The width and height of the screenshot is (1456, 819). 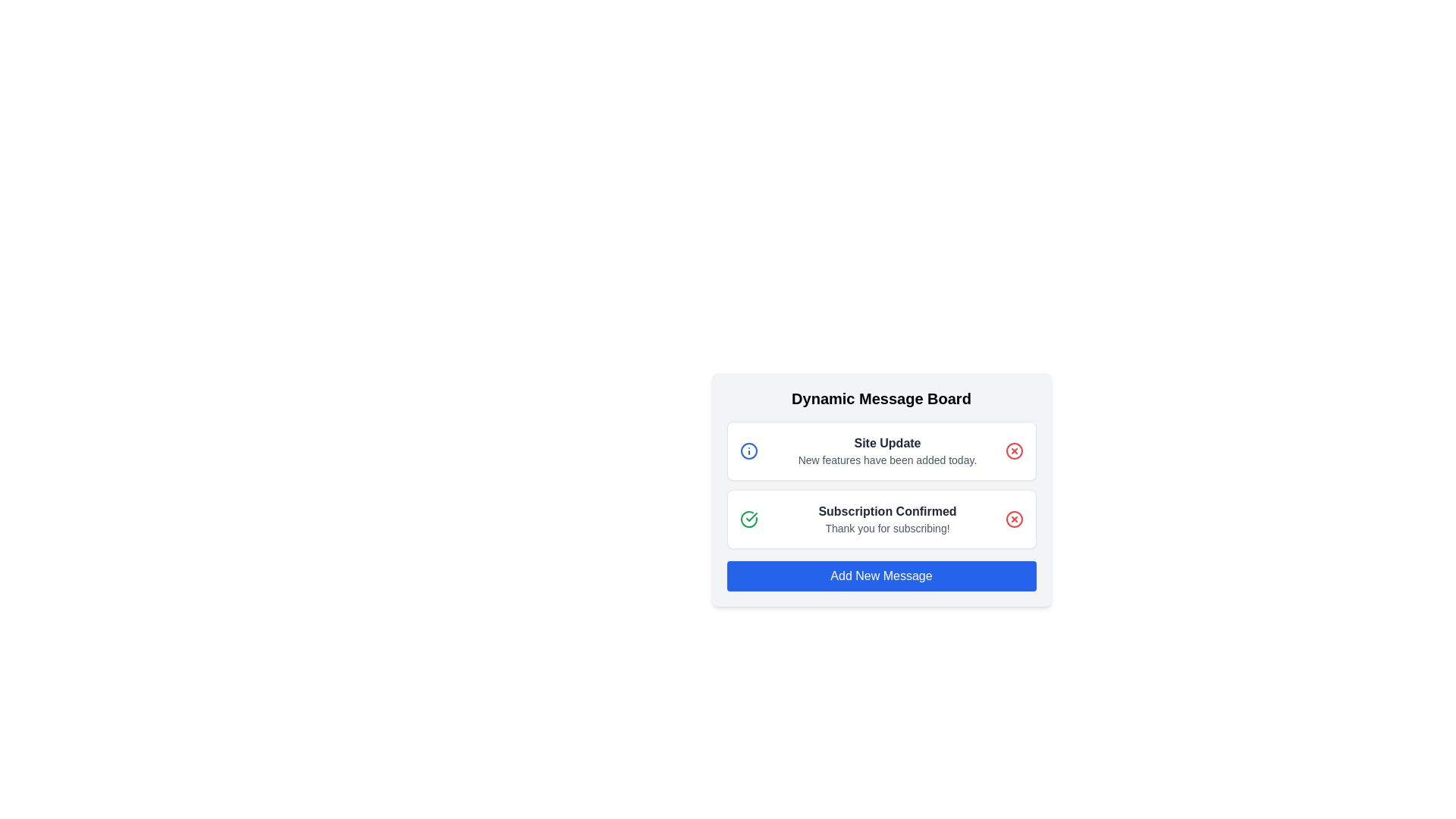 What do you see at coordinates (1014, 519) in the screenshot?
I see `the close button located at the rightmost end of the 'Subscription Confirmed' message` at bounding box center [1014, 519].